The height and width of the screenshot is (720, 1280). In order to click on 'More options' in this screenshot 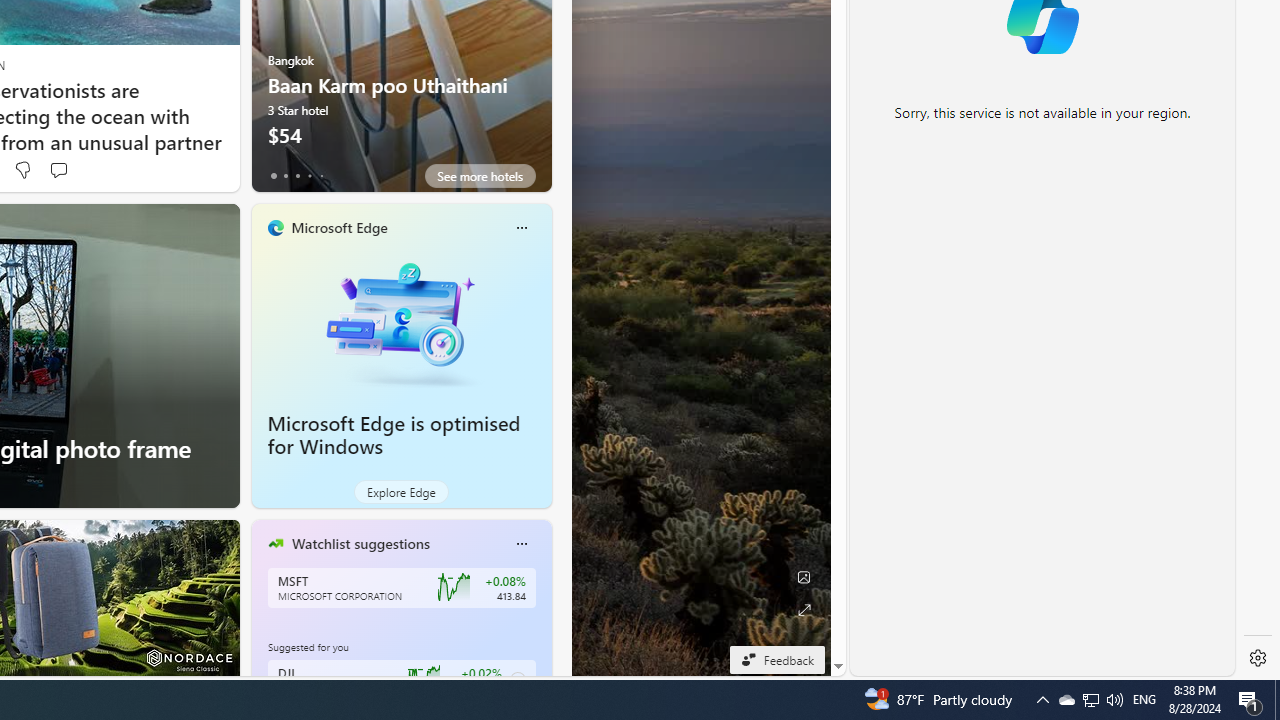, I will do `click(521, 543)`.